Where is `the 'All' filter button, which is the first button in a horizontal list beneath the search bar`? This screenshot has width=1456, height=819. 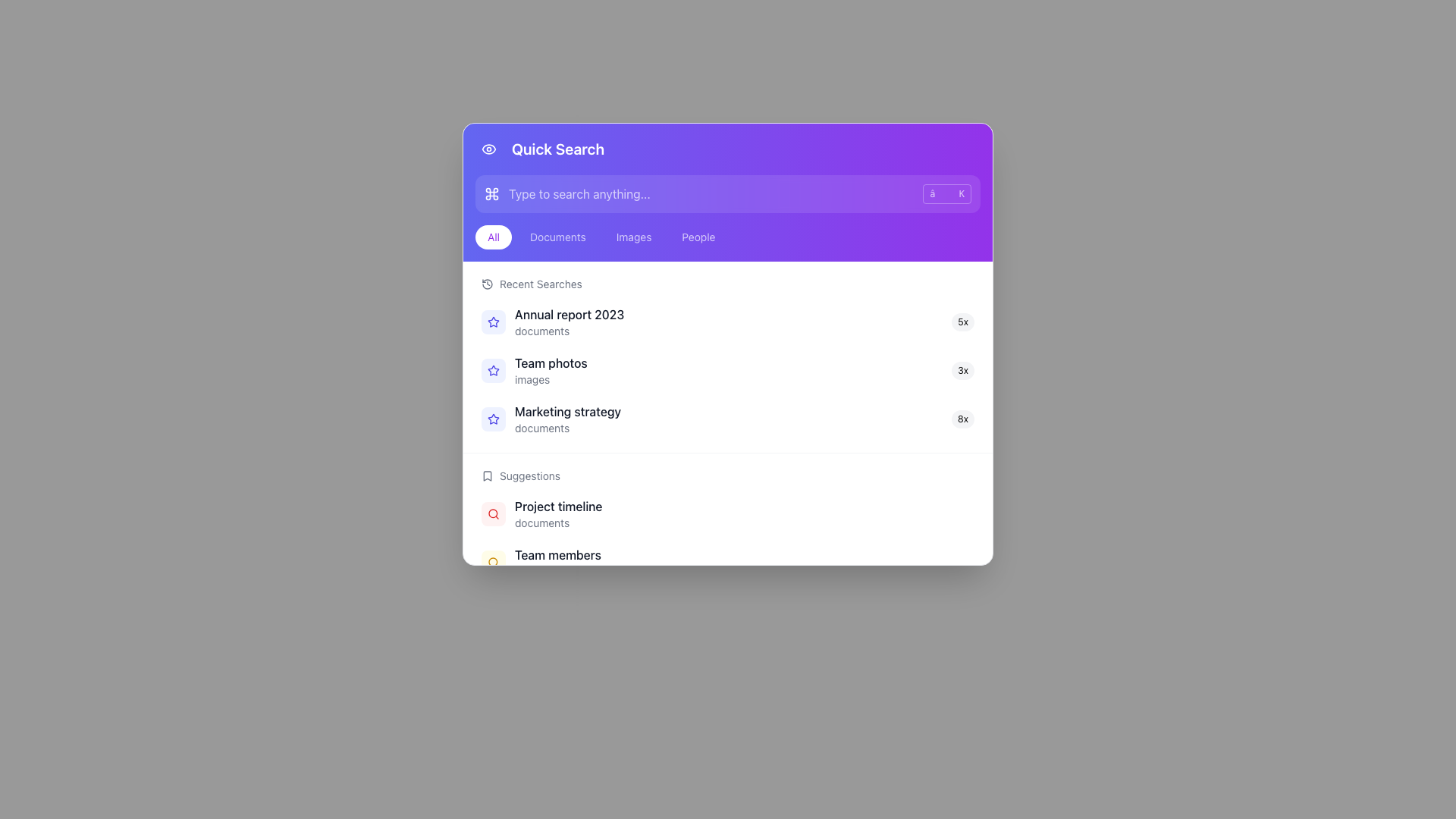
the 'All' filter button, which is the first button in a horizontal list beneath the search bar is located at coordinates (494, 237).